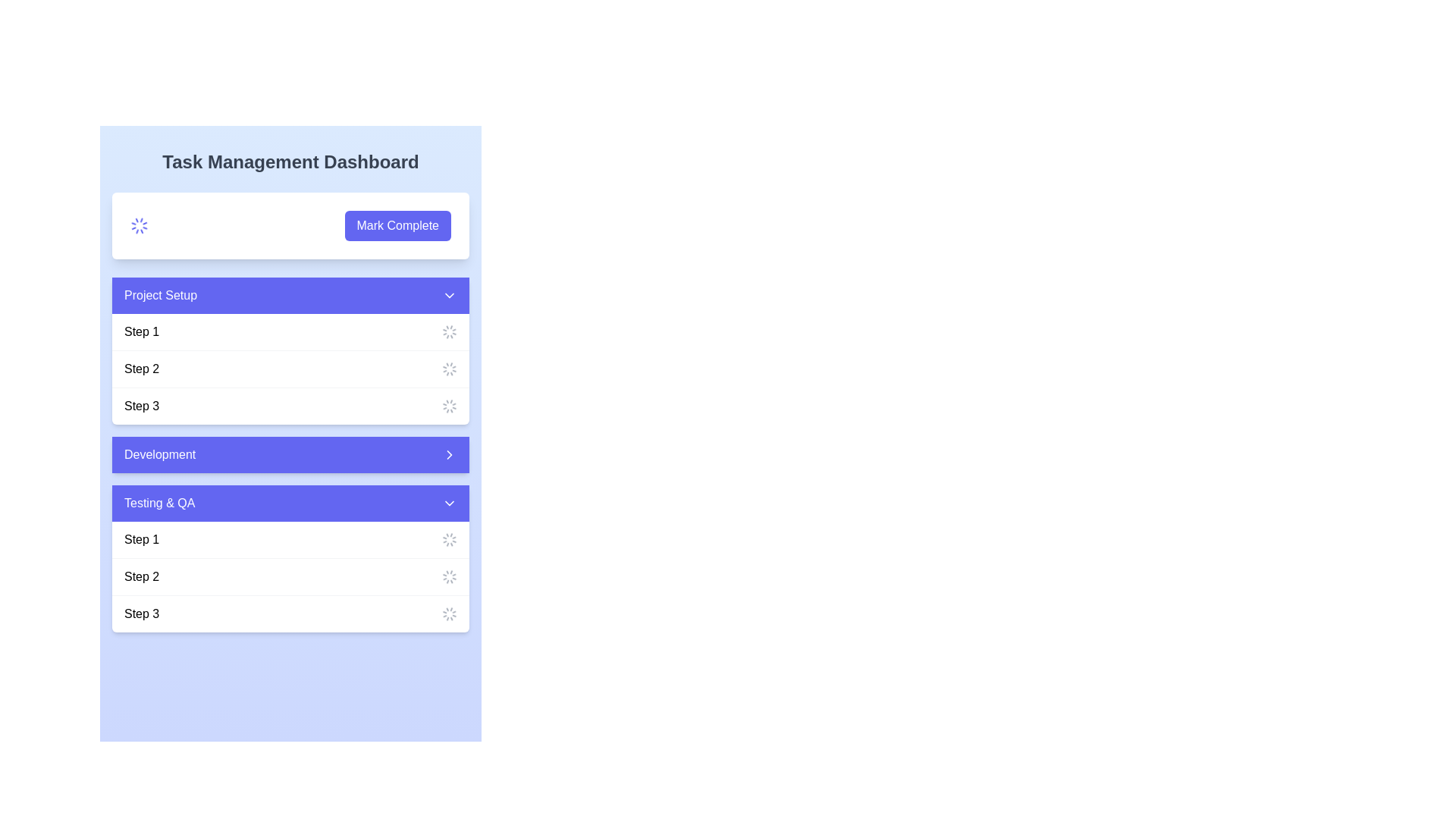  Describe the element at coordinates (449, 331) in the screenshot. I see `the Rotating loader icon located on the far right of the row labeled 'Step 1' in the 'Project Setup' section` at that location.